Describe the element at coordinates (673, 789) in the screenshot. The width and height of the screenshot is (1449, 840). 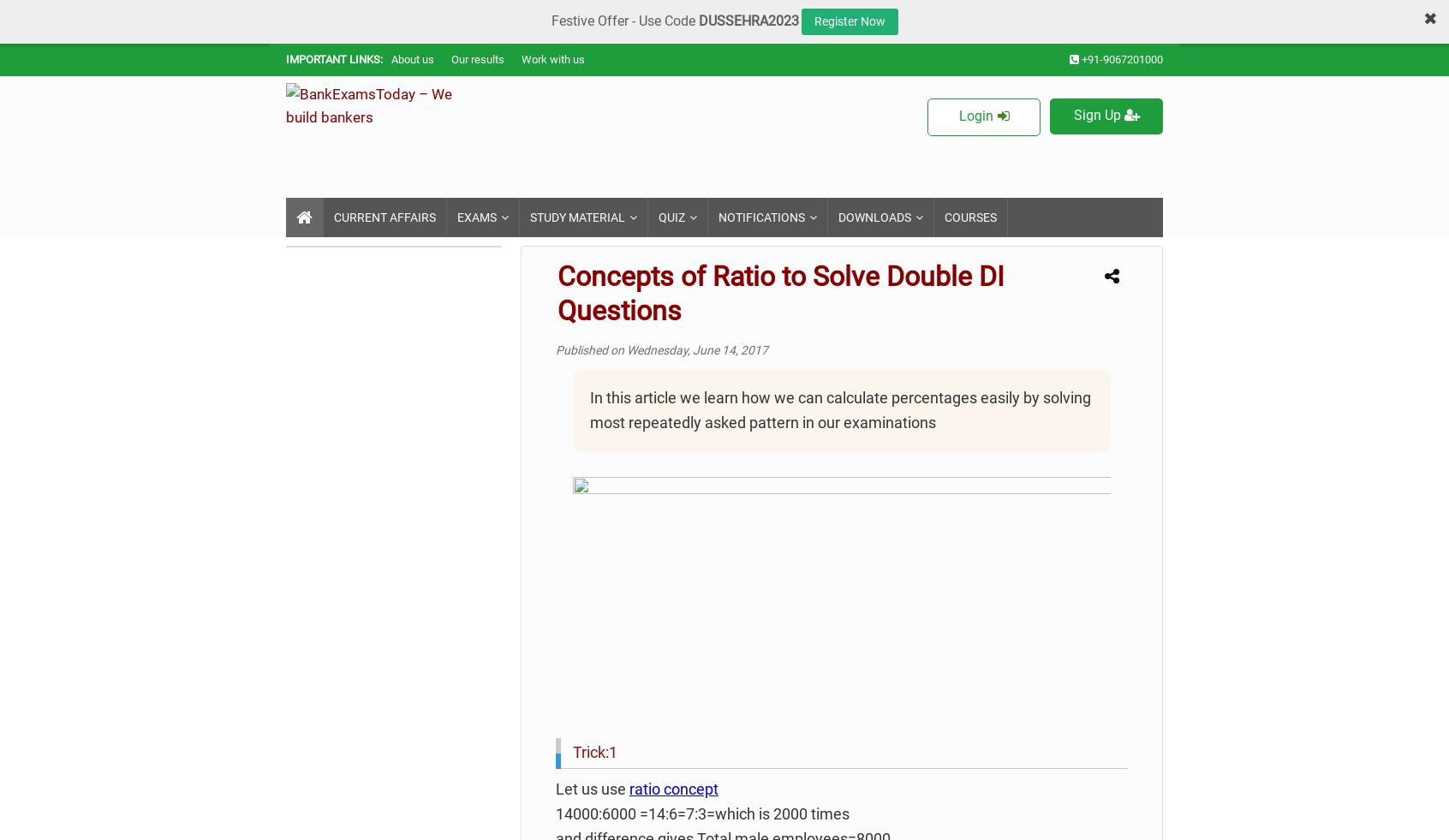
I see `'ratio concept'` at that location.